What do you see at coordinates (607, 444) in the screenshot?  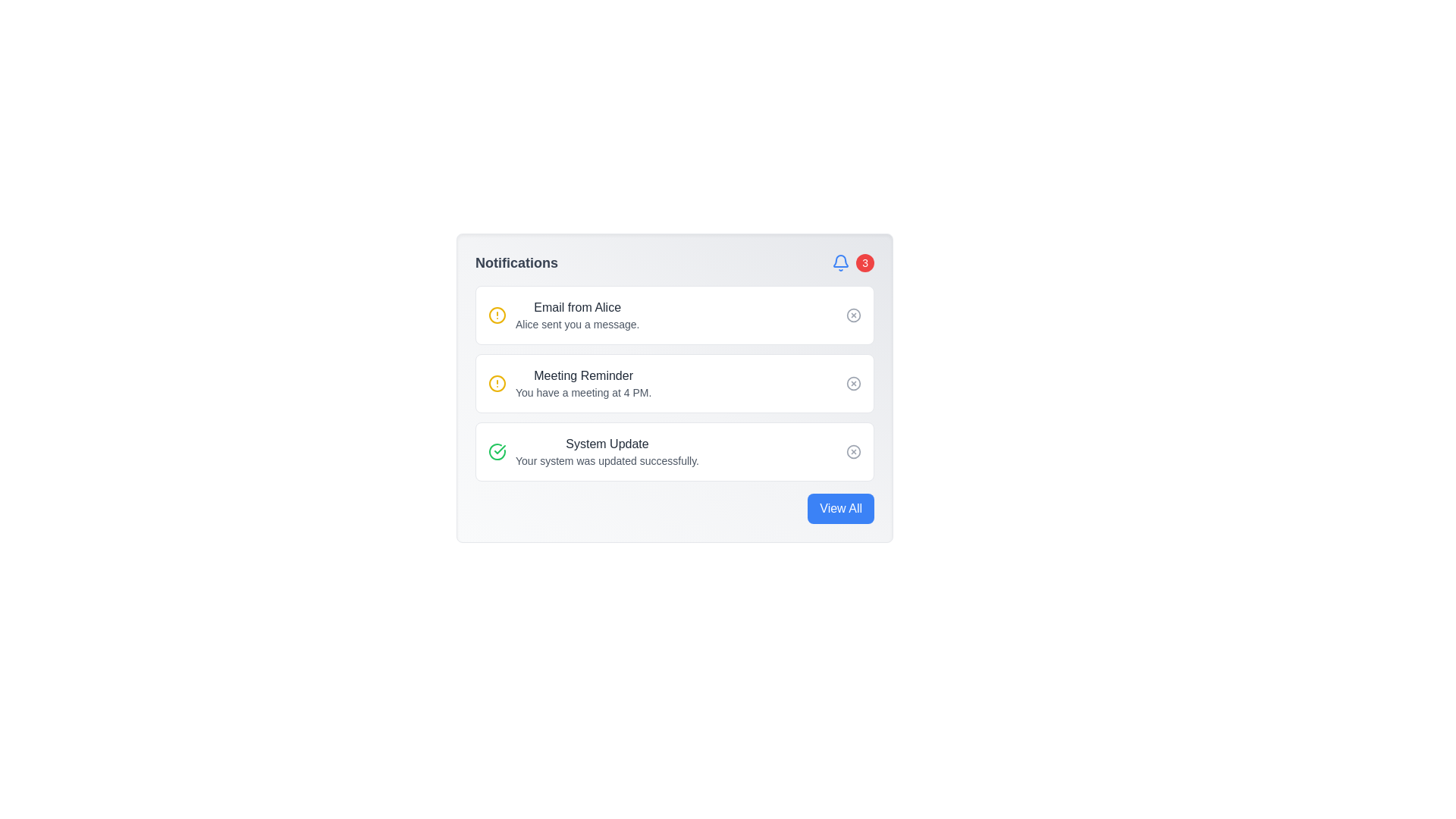 I see `prominently styled text 'System Update' located at the top of the third notification entry card in the Notifications list` at bounding box center [607, 444].